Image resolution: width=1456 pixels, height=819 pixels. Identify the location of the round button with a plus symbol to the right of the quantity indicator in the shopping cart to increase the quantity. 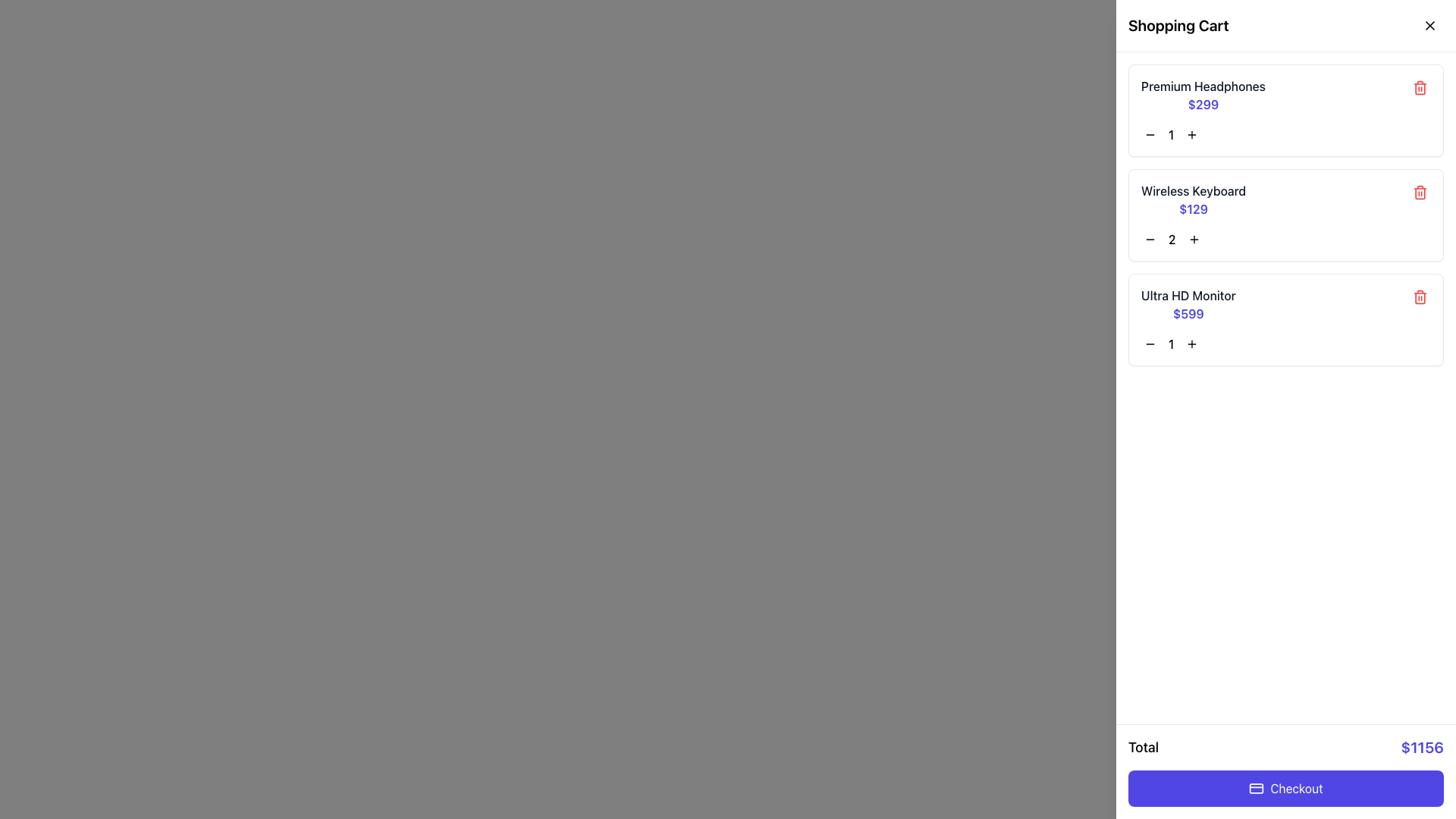
(1191, 133).